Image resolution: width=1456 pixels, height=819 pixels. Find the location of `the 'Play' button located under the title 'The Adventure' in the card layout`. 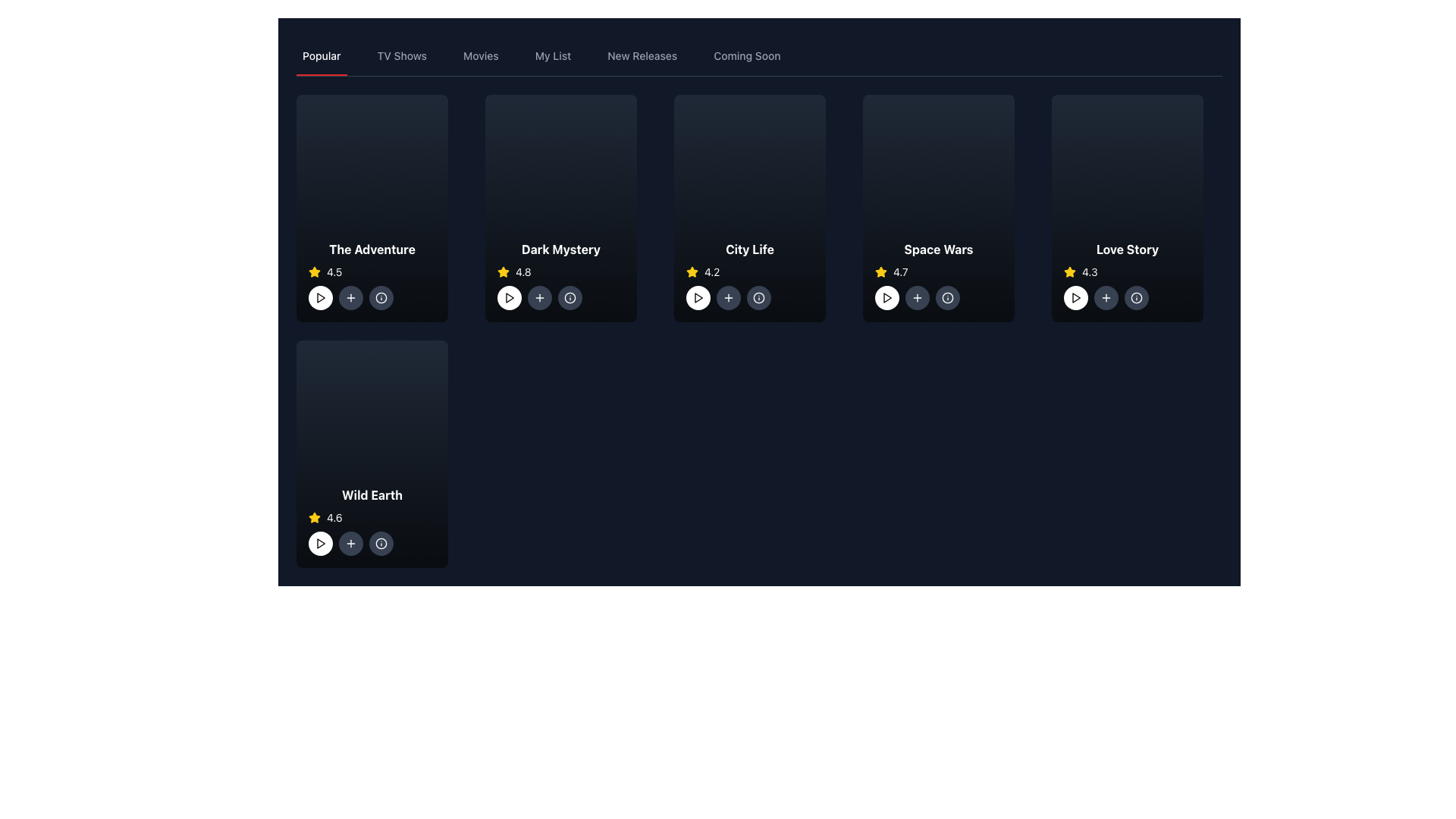

the 'Play' button located under the title 'The Adventure' in the card layout is located at coordinates (319, 298).